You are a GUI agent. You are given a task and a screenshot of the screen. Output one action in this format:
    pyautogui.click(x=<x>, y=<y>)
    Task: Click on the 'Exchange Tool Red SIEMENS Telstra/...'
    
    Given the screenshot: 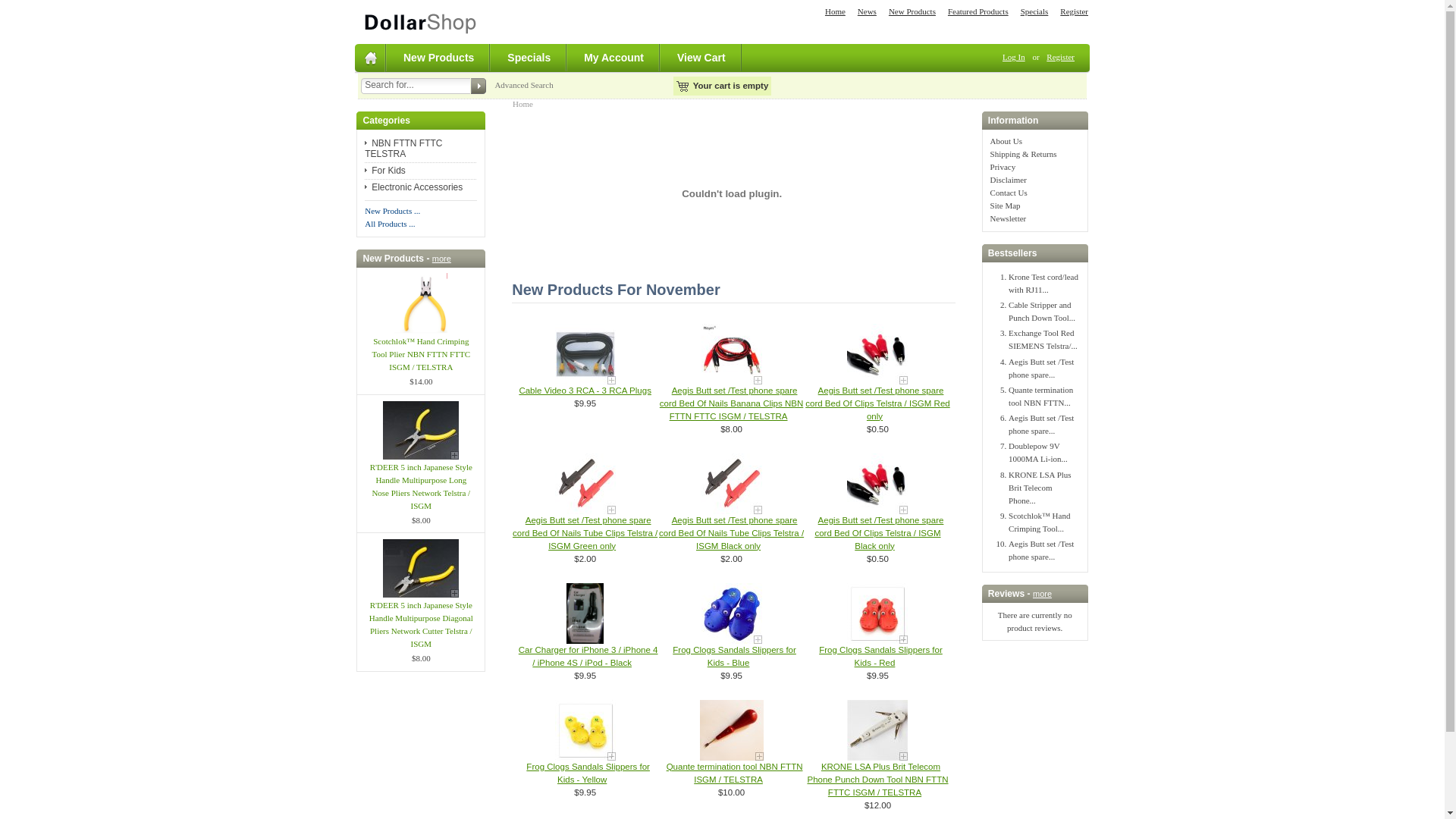 What is the action you would take?
    pyautogui.click(x=1008, y=338)
    